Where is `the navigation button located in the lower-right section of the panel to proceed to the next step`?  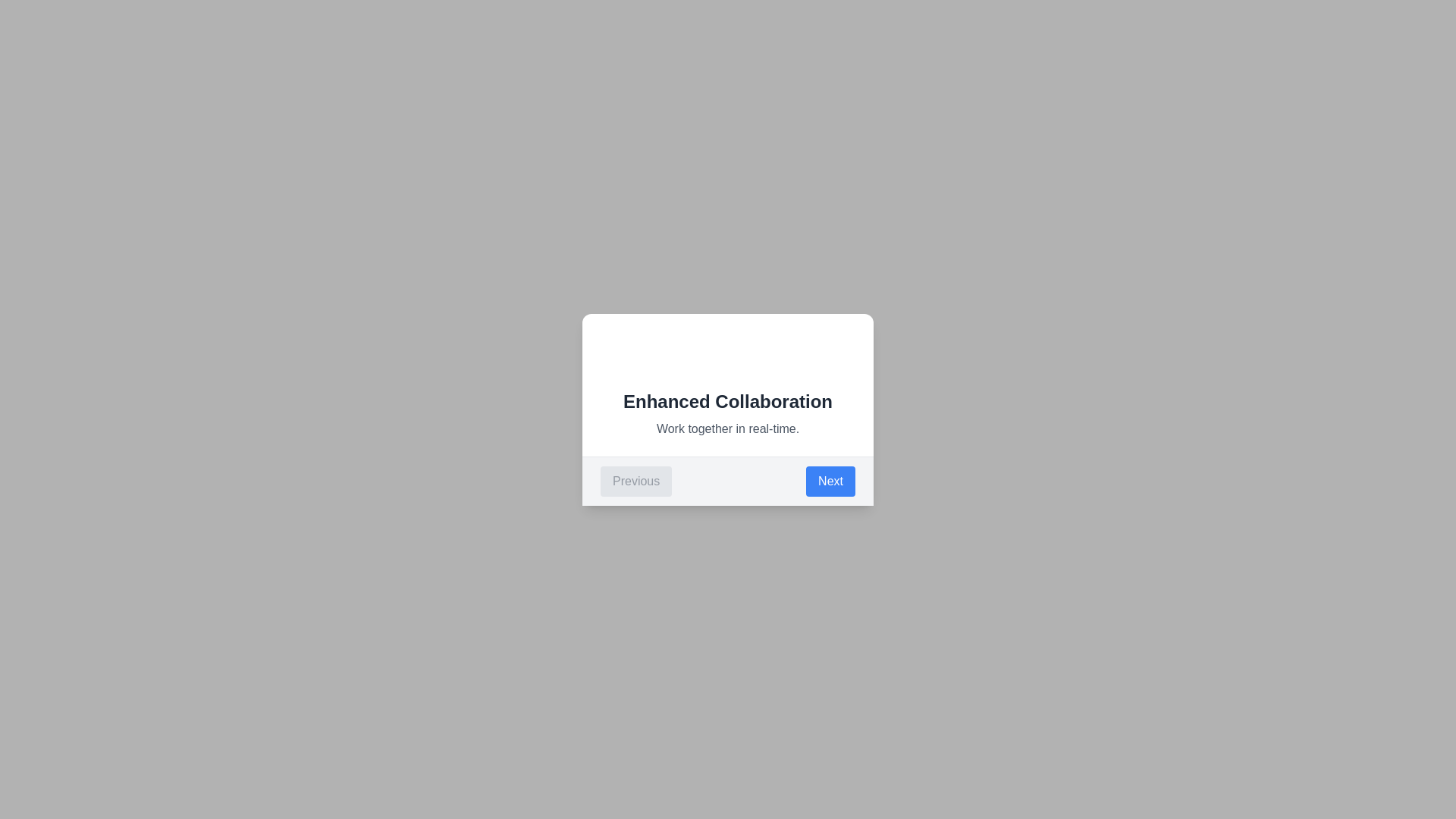 the navigation button located in the lower-right section of the panel to proceed to the next step is located at coordinates (830, 481).